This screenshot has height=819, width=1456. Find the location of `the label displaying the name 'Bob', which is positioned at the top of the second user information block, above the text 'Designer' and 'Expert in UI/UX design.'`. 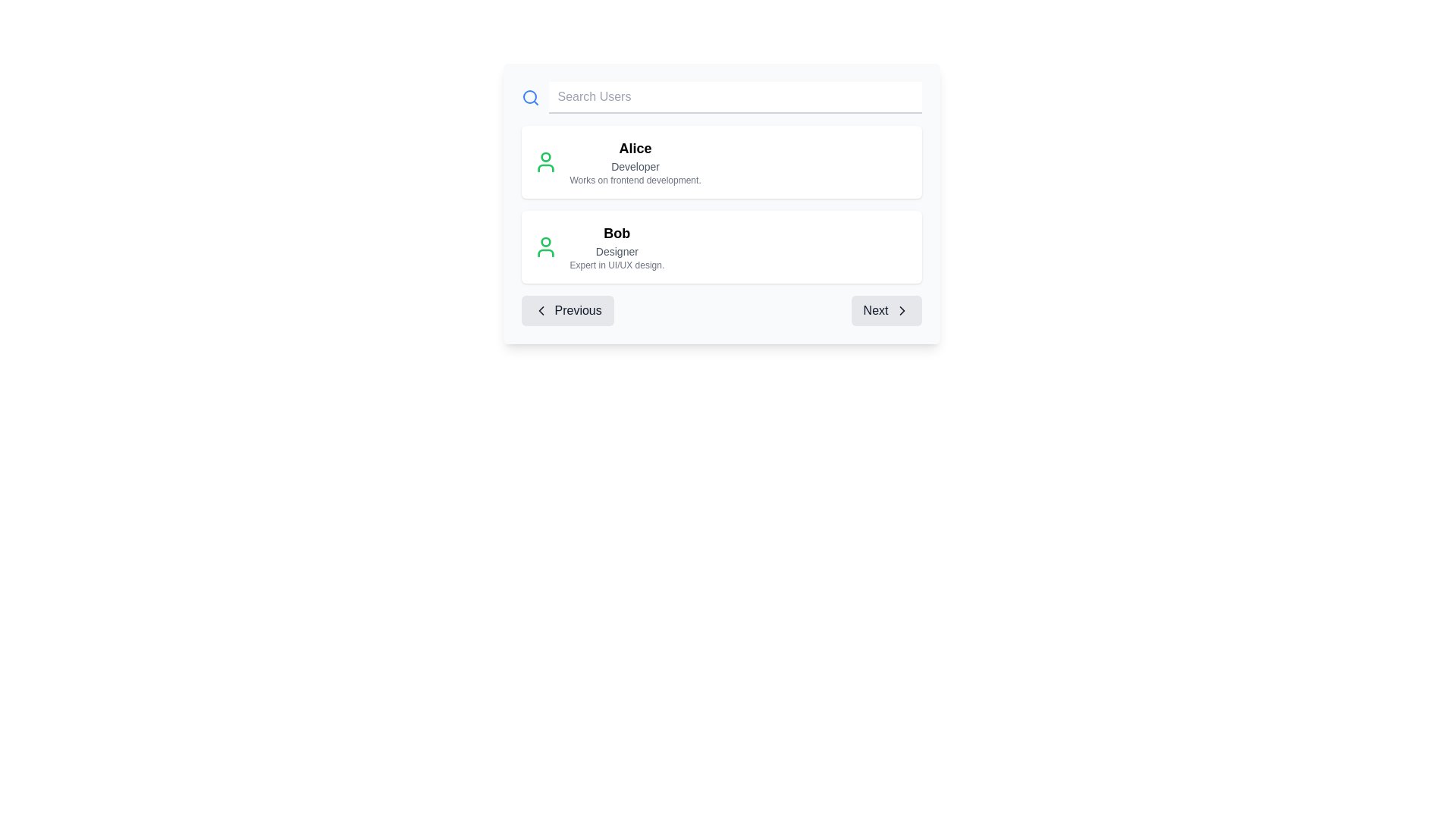

the label displaying the name 'Bob', which is positioned at the top of the second user information block, above the text 'Designer' and 'Expert in UI/UX design.' is located at coordinates (617, 234).